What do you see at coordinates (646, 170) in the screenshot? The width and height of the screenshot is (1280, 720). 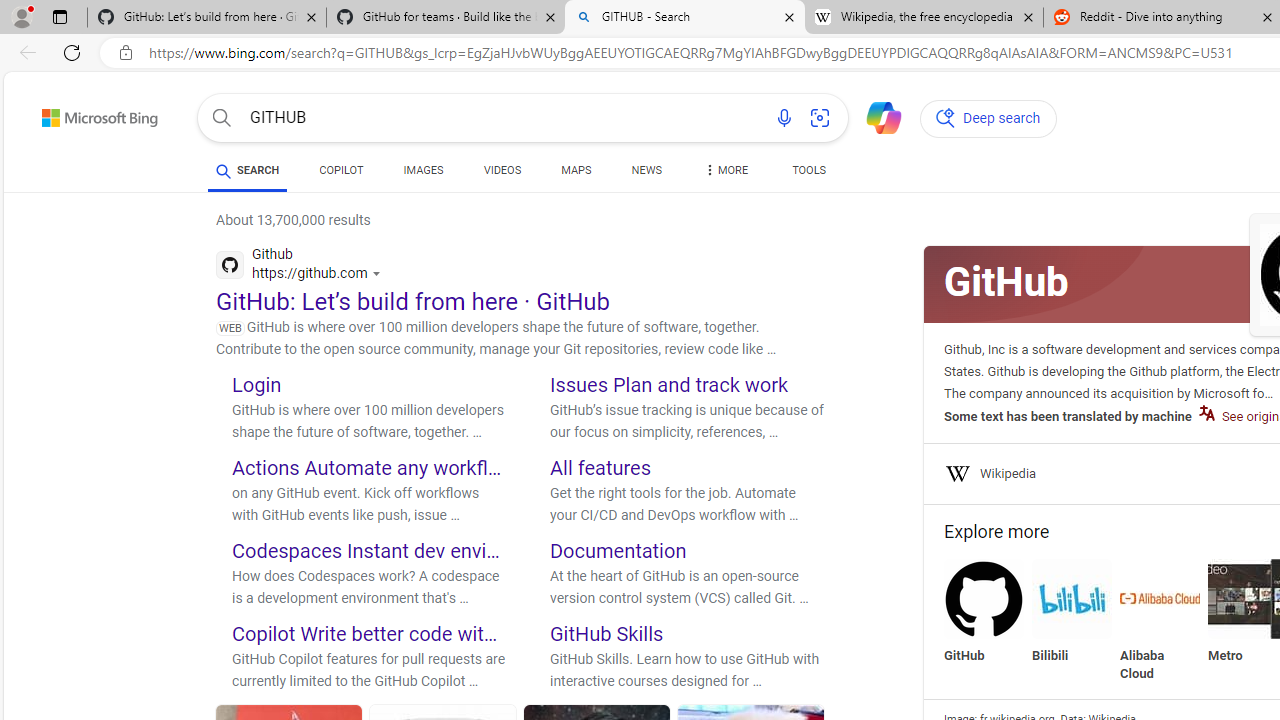 I see `'NEWS'` at bounding box center [646, 170].